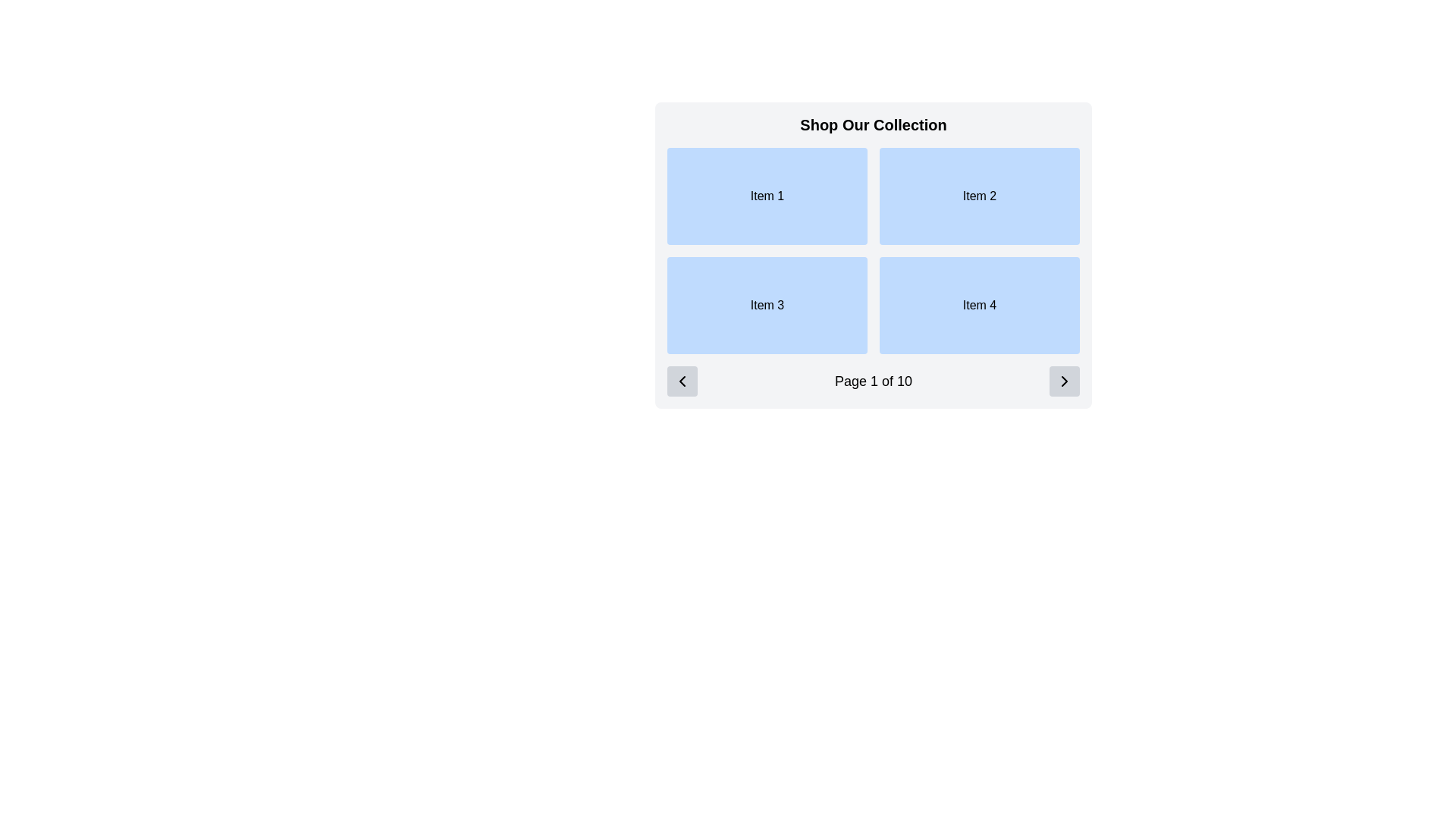 The image size is (1456, 819). Describe the element at coordinates (682, 380) in the screenshot. I see `the navigation button located at the bottom left corner of the collection browsing interface to observe a style change` at that location.